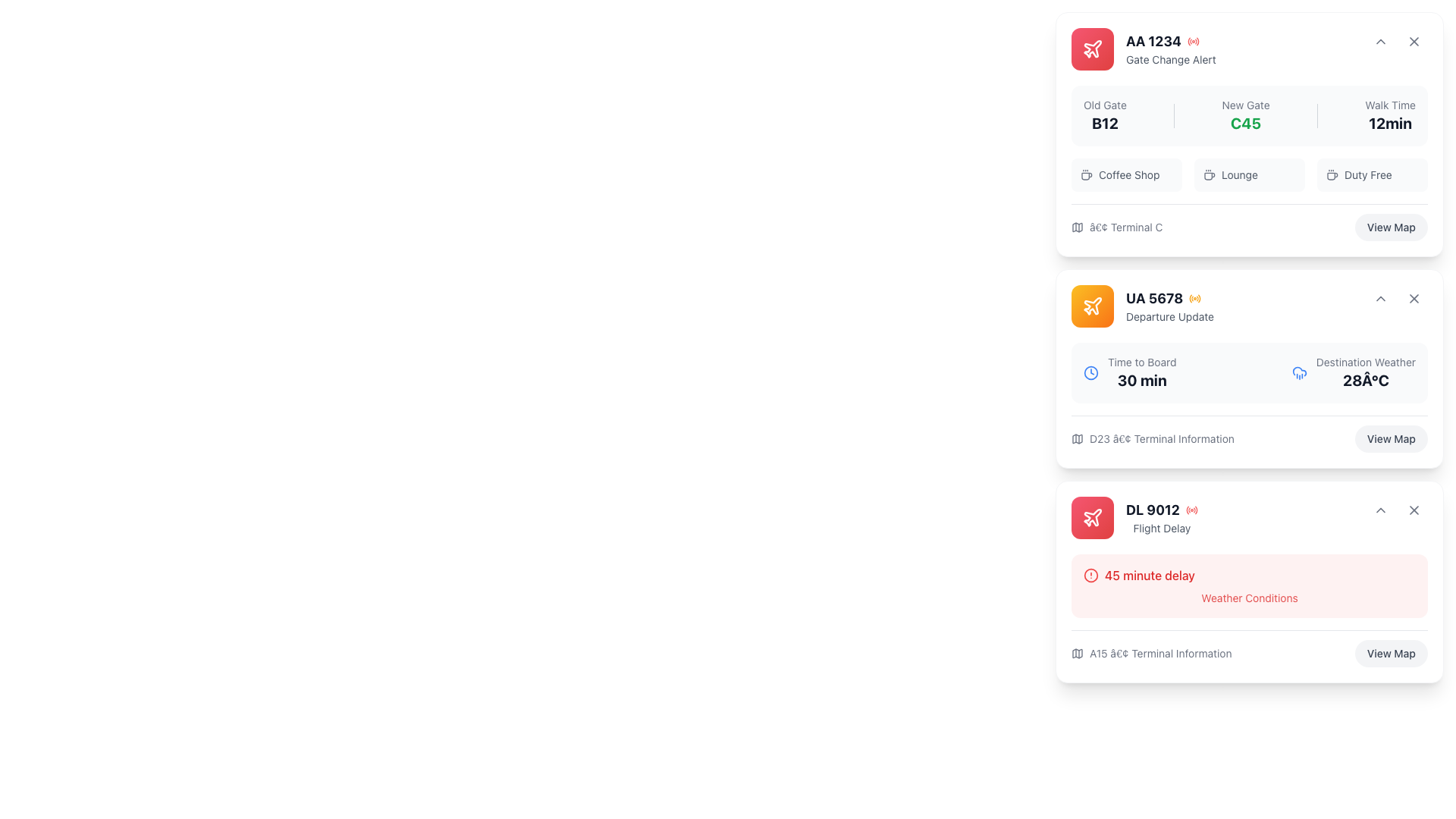 The width and height of the screenshot is (1456, 819). What do you see at coordinates (1354, 373) in the screenshot?
I see `the informational text displaying weather information for the flight destination, which shows current conditions (rain) and temperature (28°C), located below 'Time to Board 30 min' and next to the weather icon in the 'UA 5678 Departure Update' section` at bounding box center [1354, 373].